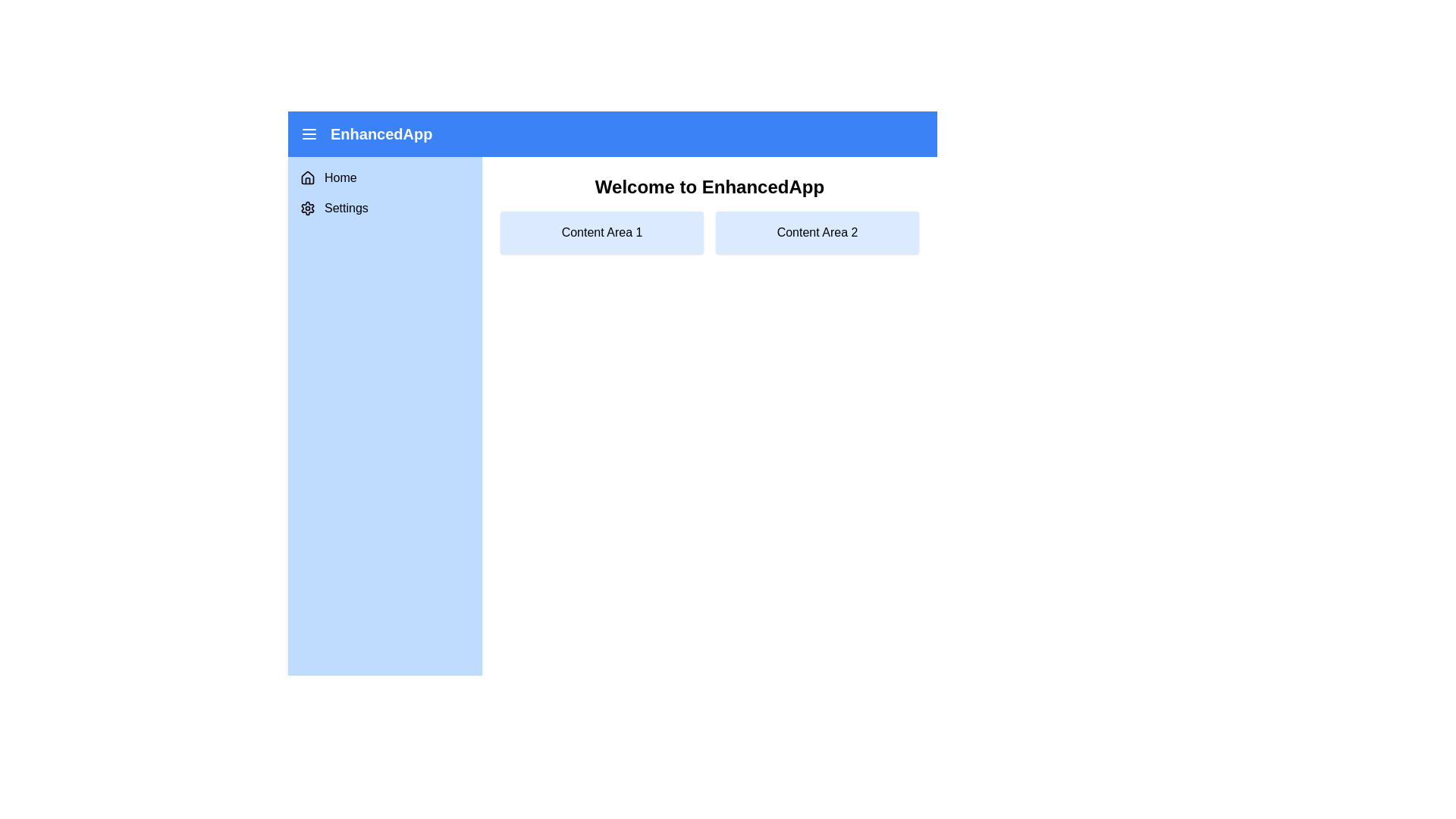 Image resolution: width=1456 pixels, height=819 pixels. Describe the element at coordinates (366, 133) in the screenshot. I see `the static text element displaying the application title 'EnhancedApp', located on the left side of the blue header bar adjacent to the hamburger menu icon` at that location.